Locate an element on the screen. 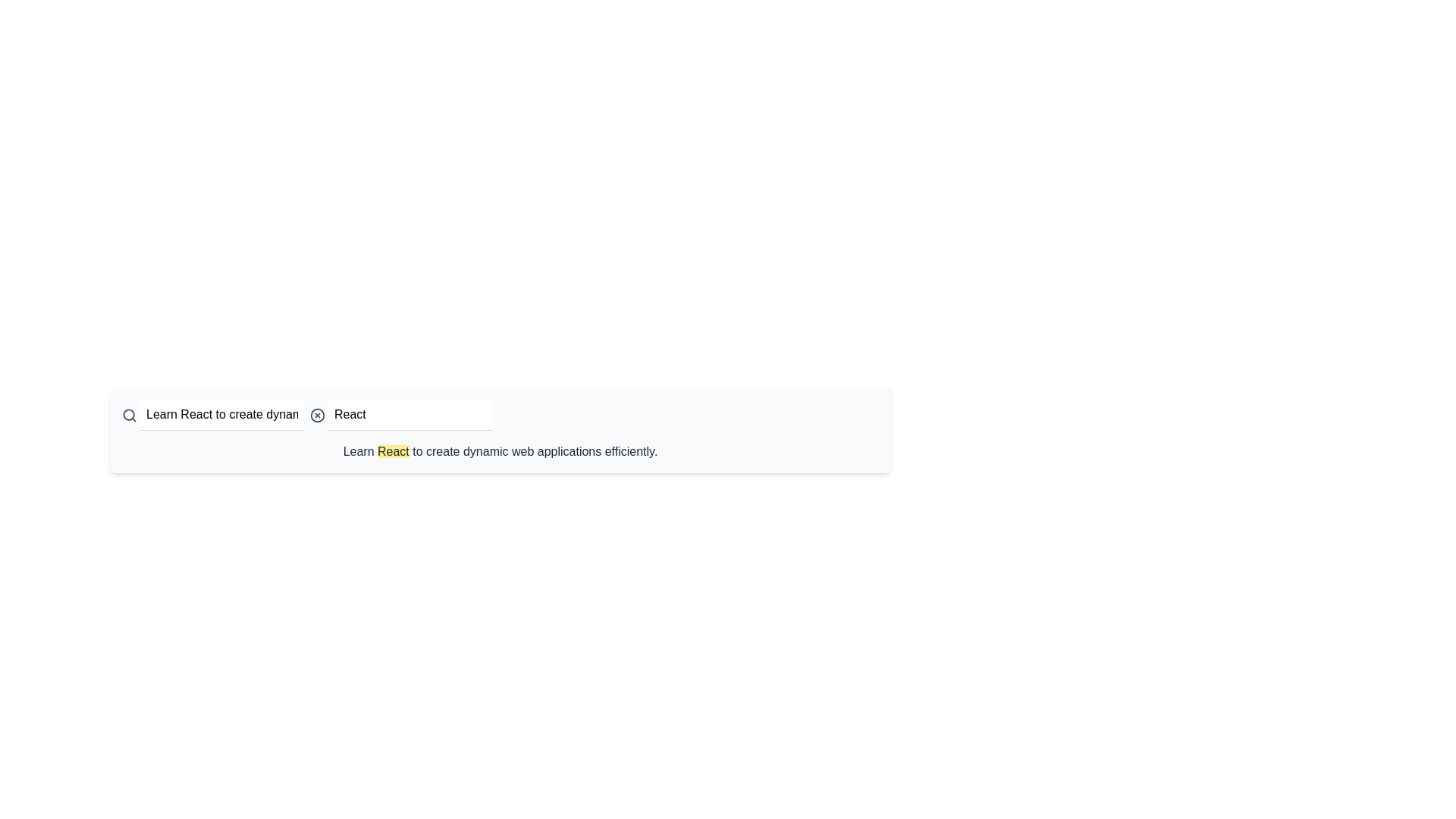 The height and width of the screenshot is (819, 1456). the text input field that contains the value 'Learn React to create dynamic web applications efficiently.' to select all text is located at coordinates (221, 415).